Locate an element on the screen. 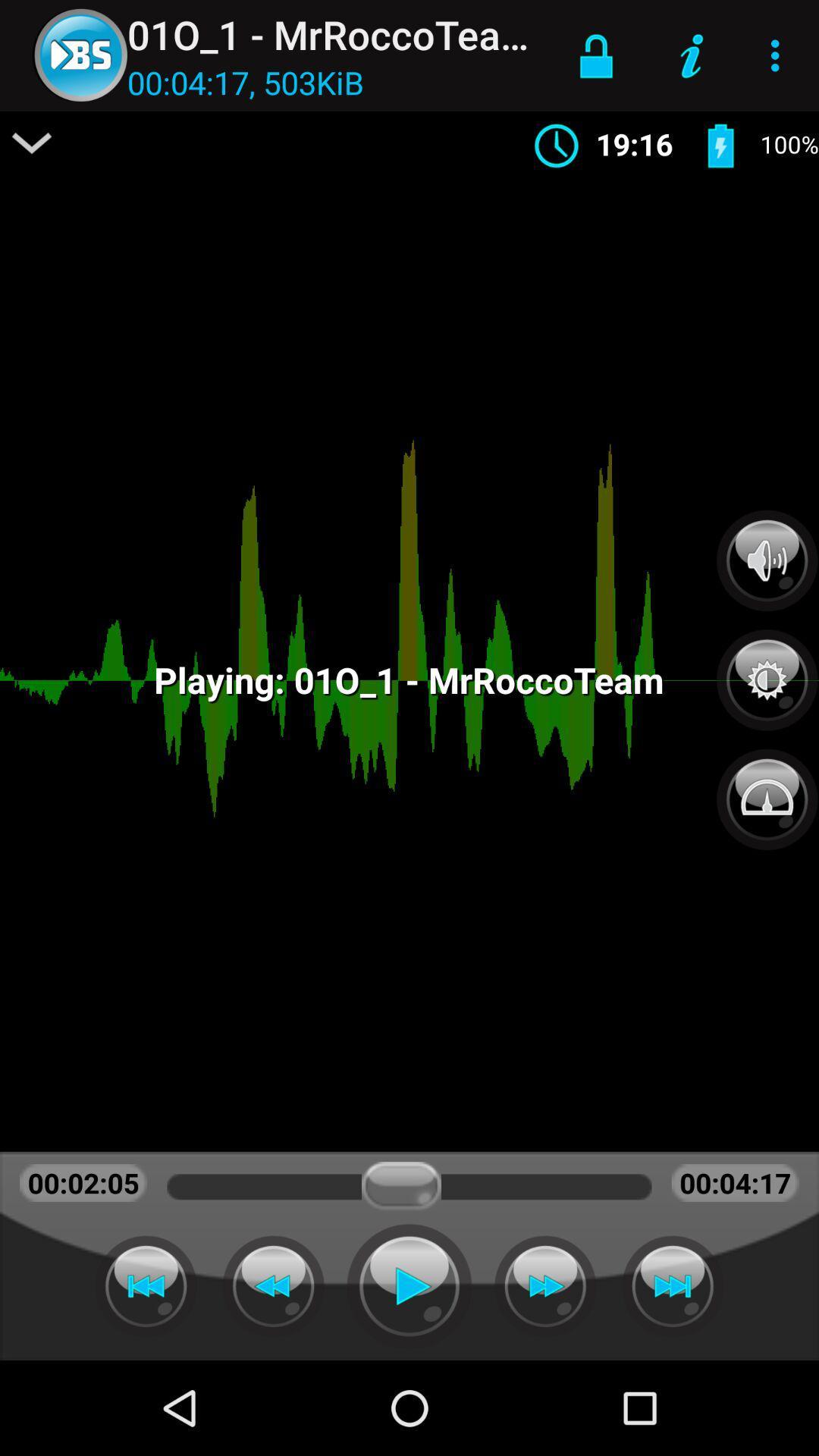  the skip_next icon is located at coordinates (672, 1285).